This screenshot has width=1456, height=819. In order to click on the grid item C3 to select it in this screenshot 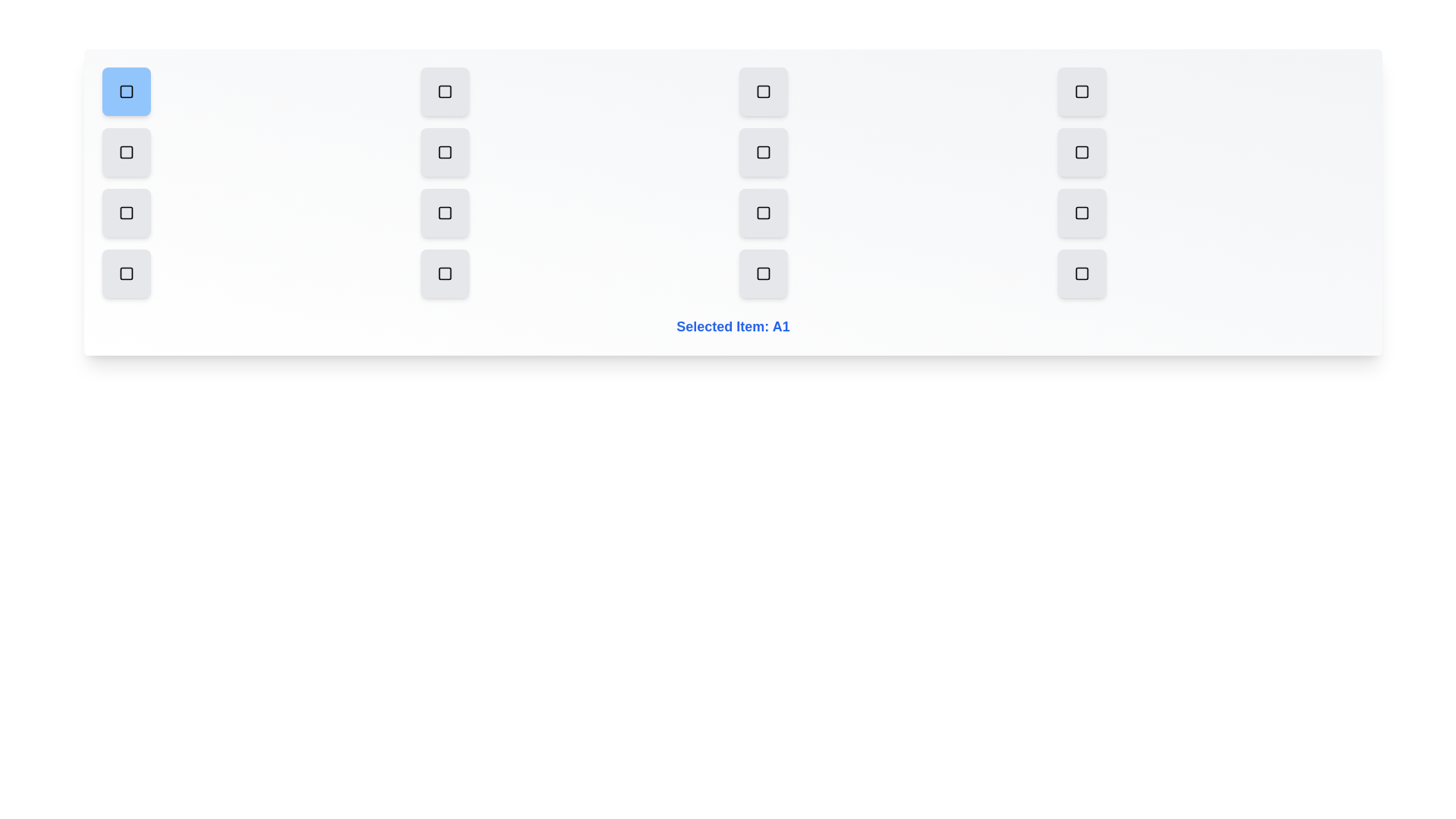, I will do `click(764, 213)`.